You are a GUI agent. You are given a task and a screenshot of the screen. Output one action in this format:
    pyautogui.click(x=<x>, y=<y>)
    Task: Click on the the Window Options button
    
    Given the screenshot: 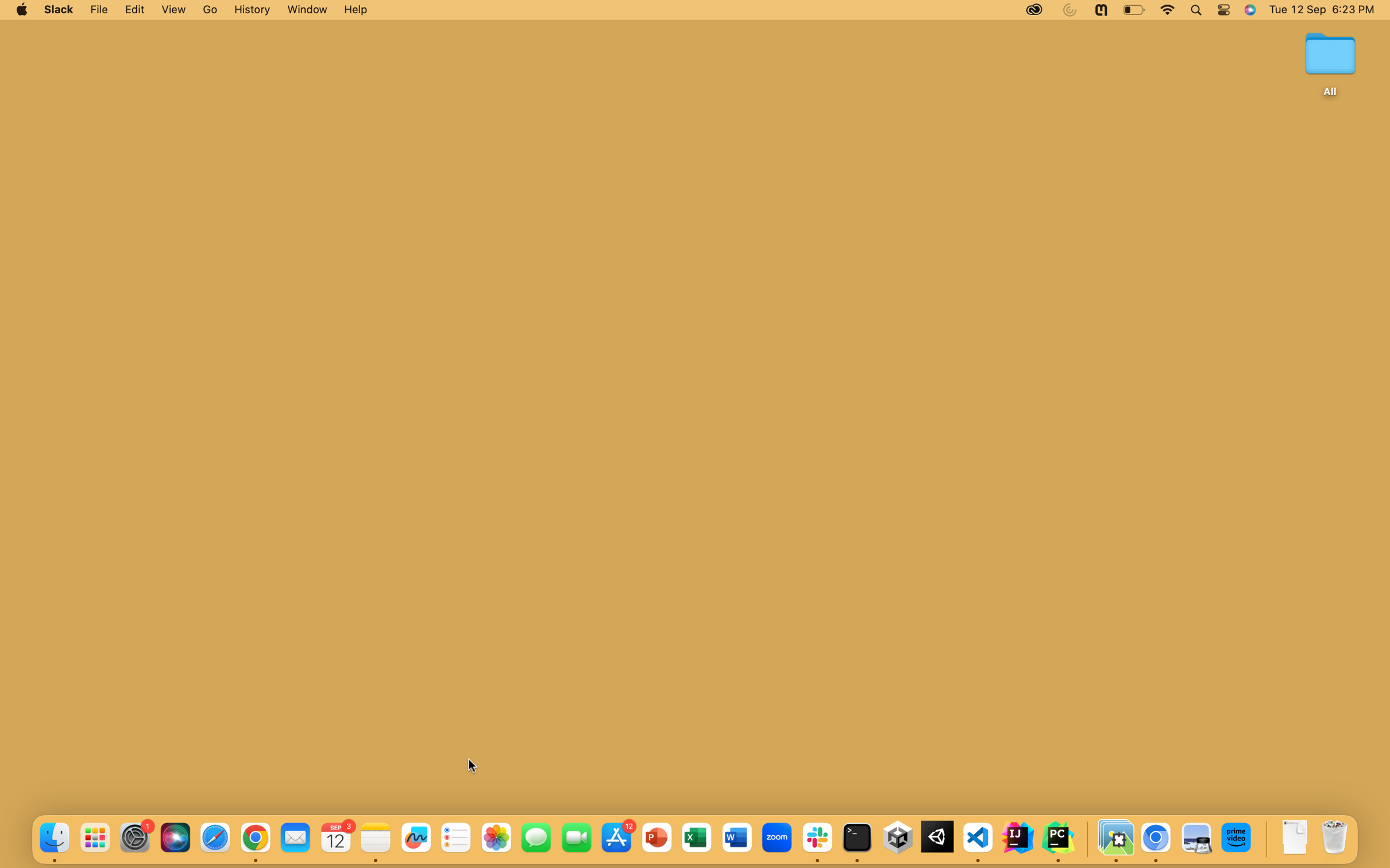 What is the action you would take?
    pyautogui.click(x=305, y=10)
    